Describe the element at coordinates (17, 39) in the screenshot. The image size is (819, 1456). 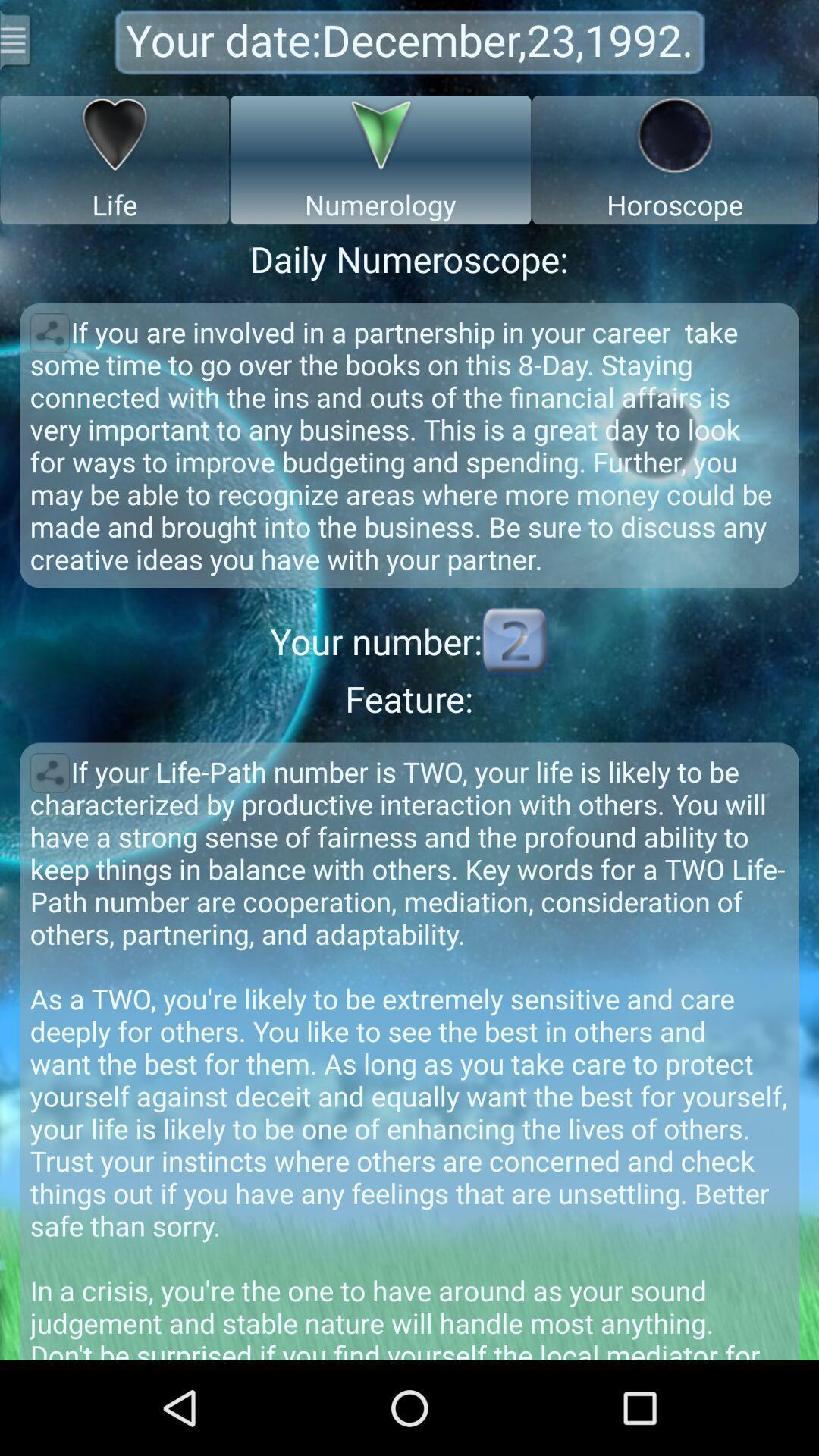
I see `home page` at that location.